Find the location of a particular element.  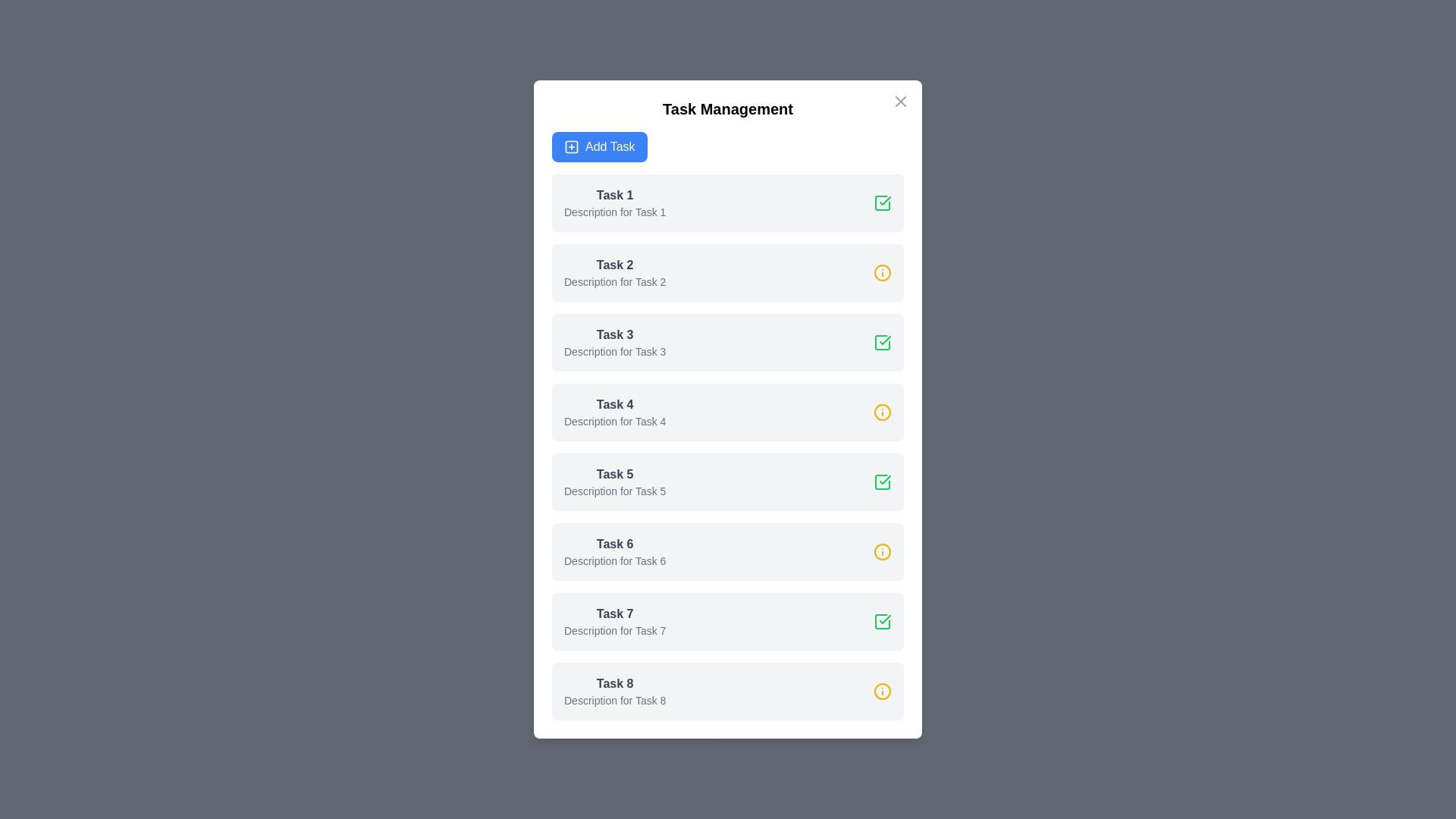

close button at the top-right corner of the TaskManagerDialog is located at coordinates (901, 102).